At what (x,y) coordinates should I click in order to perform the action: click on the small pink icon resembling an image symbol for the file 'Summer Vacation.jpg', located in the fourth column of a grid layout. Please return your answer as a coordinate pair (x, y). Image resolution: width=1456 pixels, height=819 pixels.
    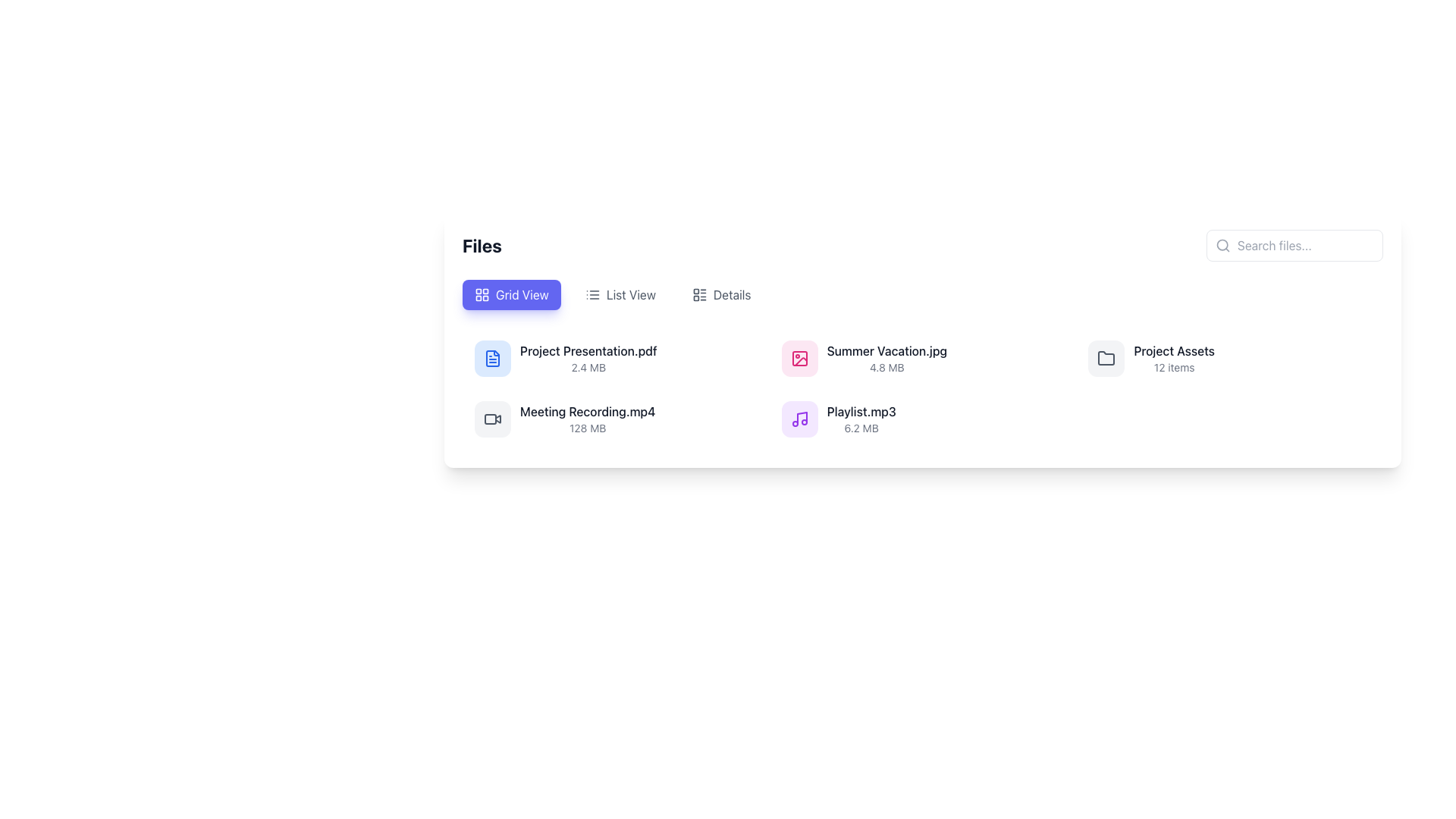
    Looking at the image, I should click on (799, 359).